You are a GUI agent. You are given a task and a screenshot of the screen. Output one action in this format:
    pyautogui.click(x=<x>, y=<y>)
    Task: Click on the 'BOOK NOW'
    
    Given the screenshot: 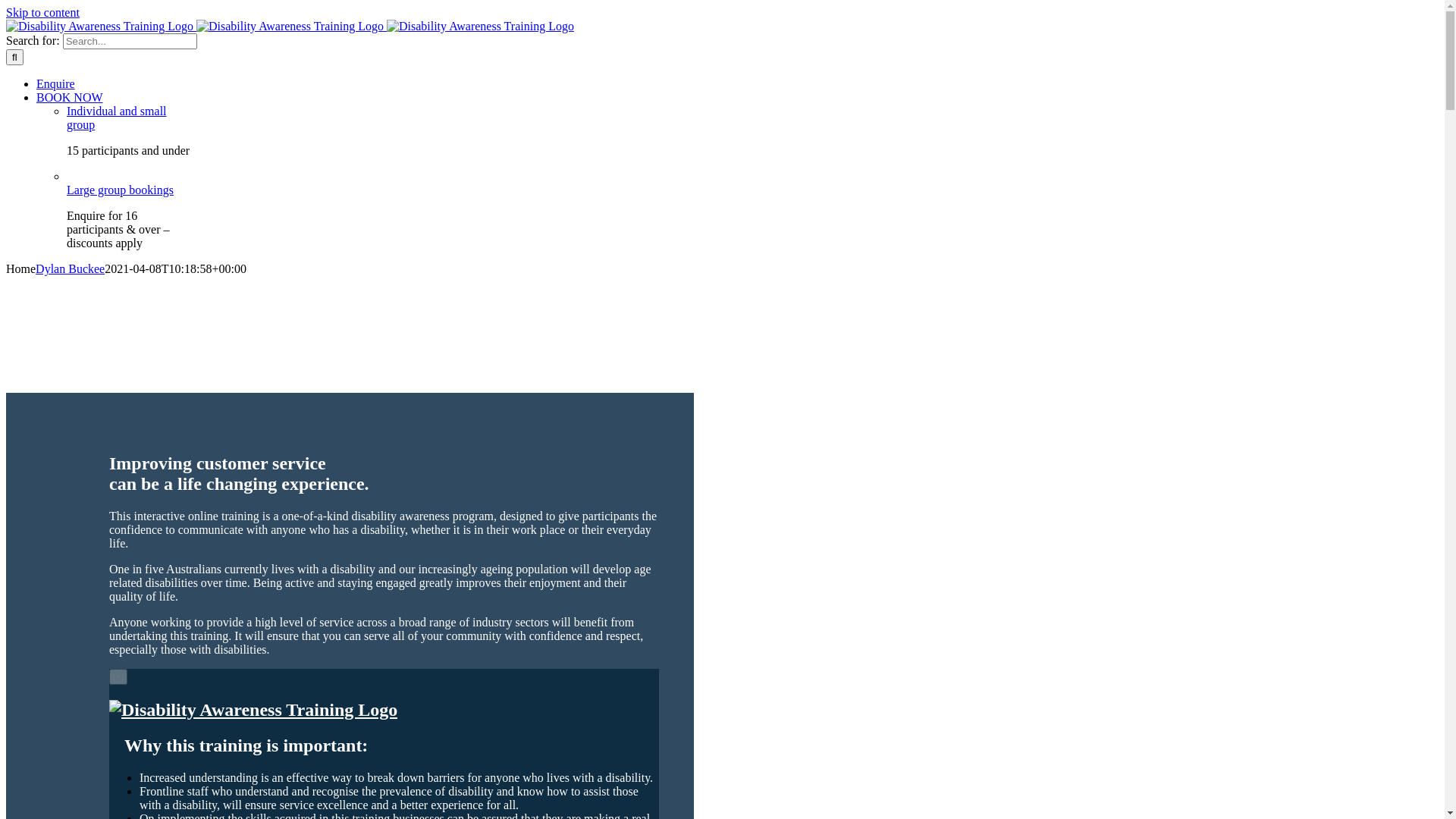 What is the action you would take?
    pyautogui.click(x=68, y=97)
    